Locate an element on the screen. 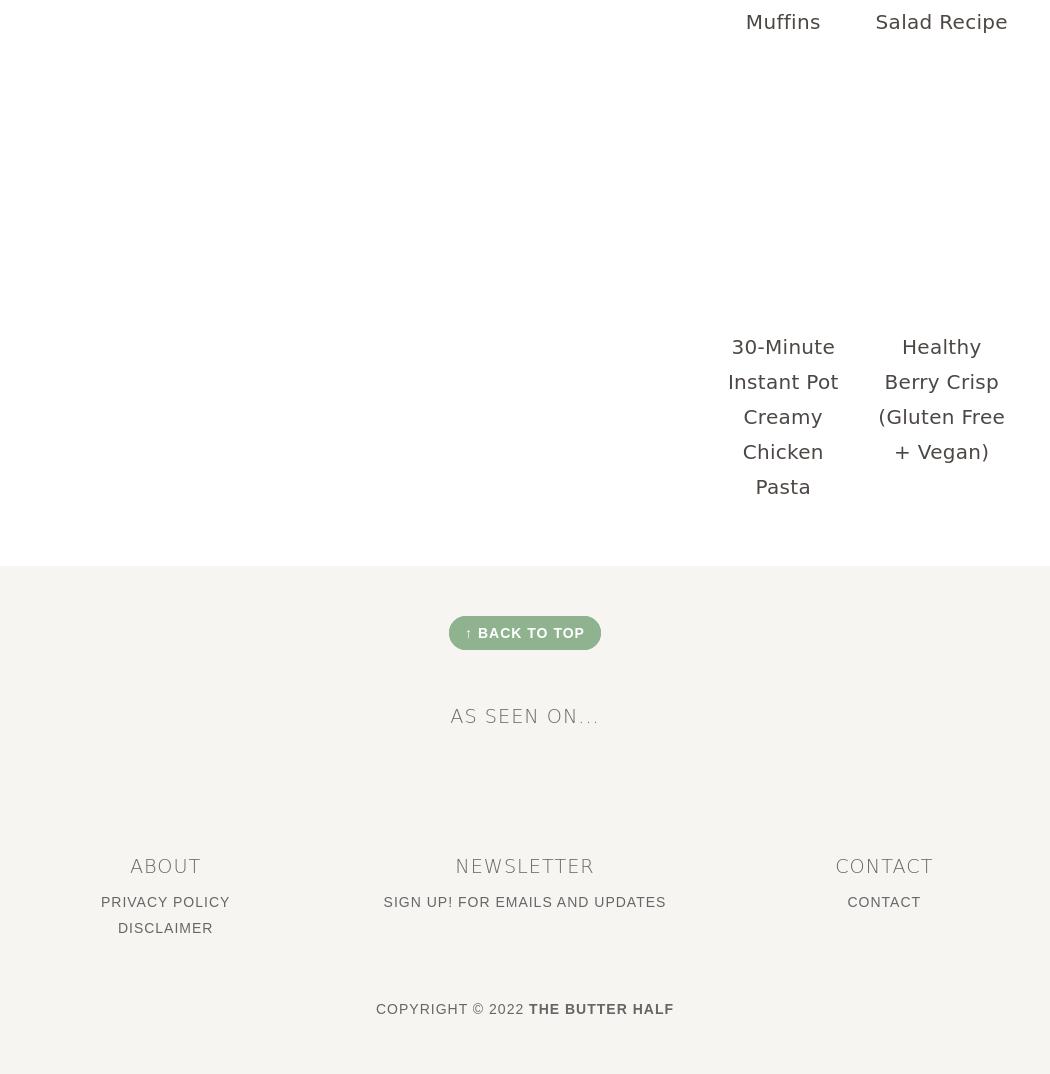  'About' is located at coordinates (164, 864).